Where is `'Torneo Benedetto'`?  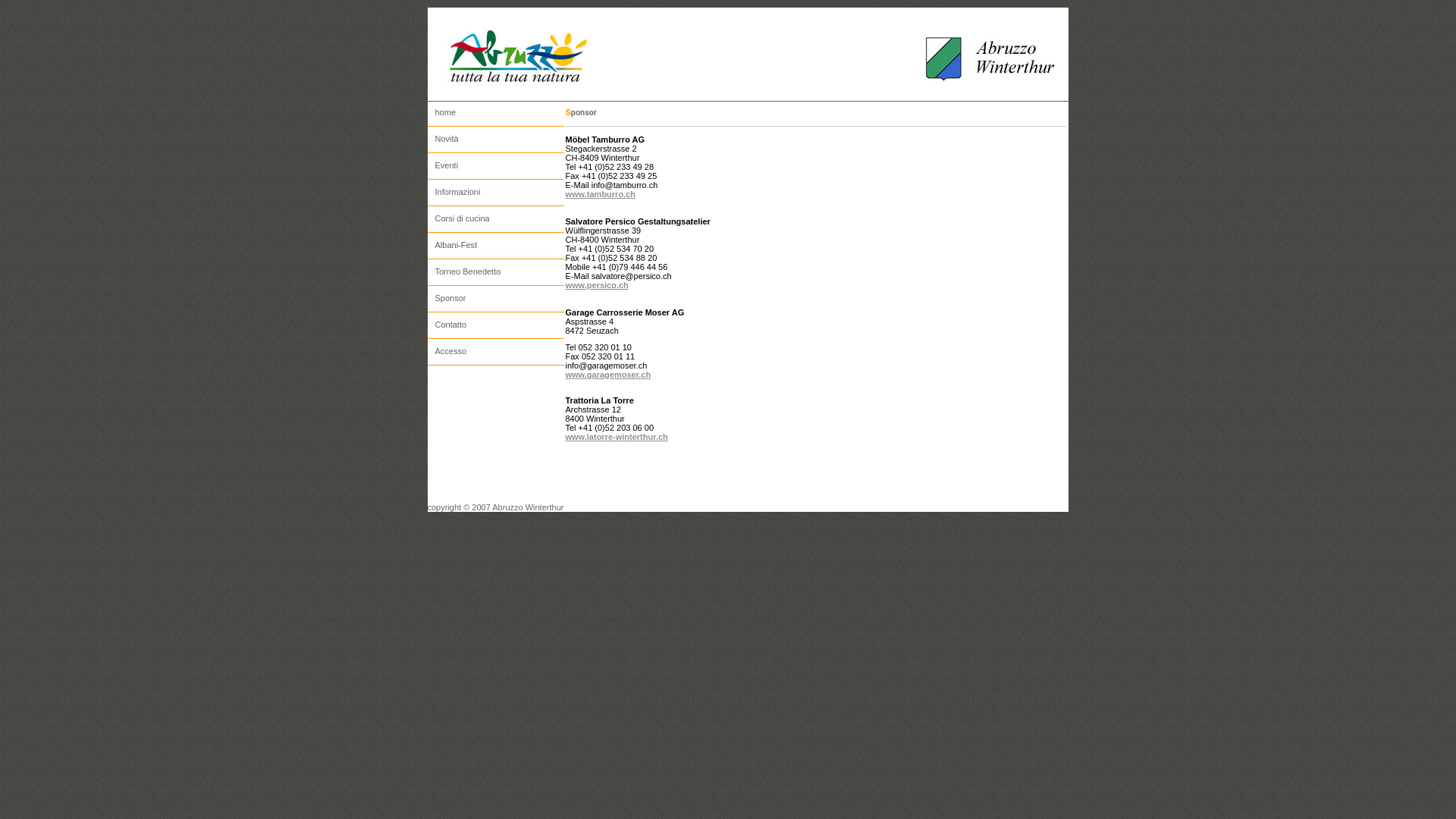
'Torneo Benedetto' is located at coordinates (427, 273).